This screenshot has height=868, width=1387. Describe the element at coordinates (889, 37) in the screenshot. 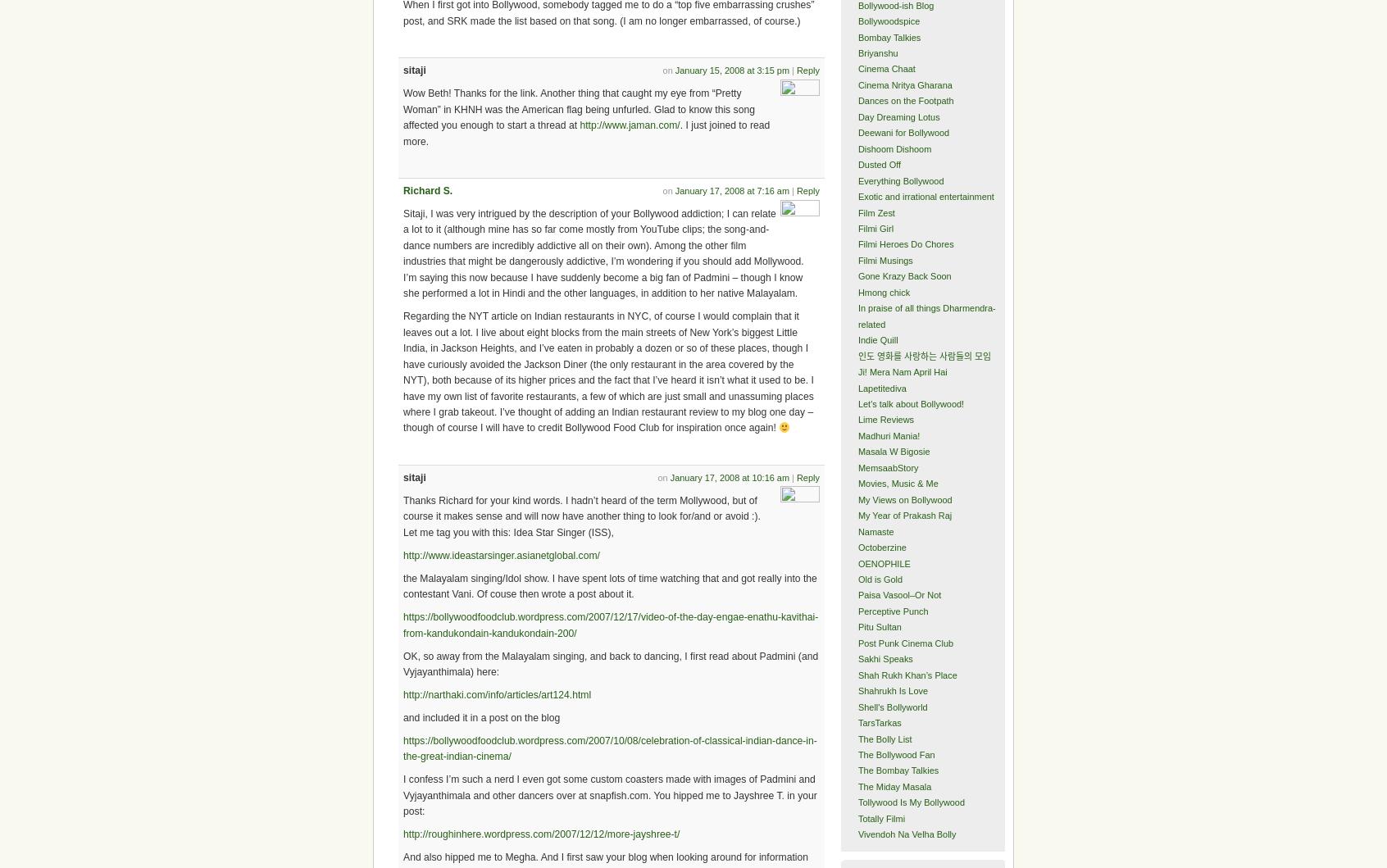

I see `'Bombay Talkies'` at that location.